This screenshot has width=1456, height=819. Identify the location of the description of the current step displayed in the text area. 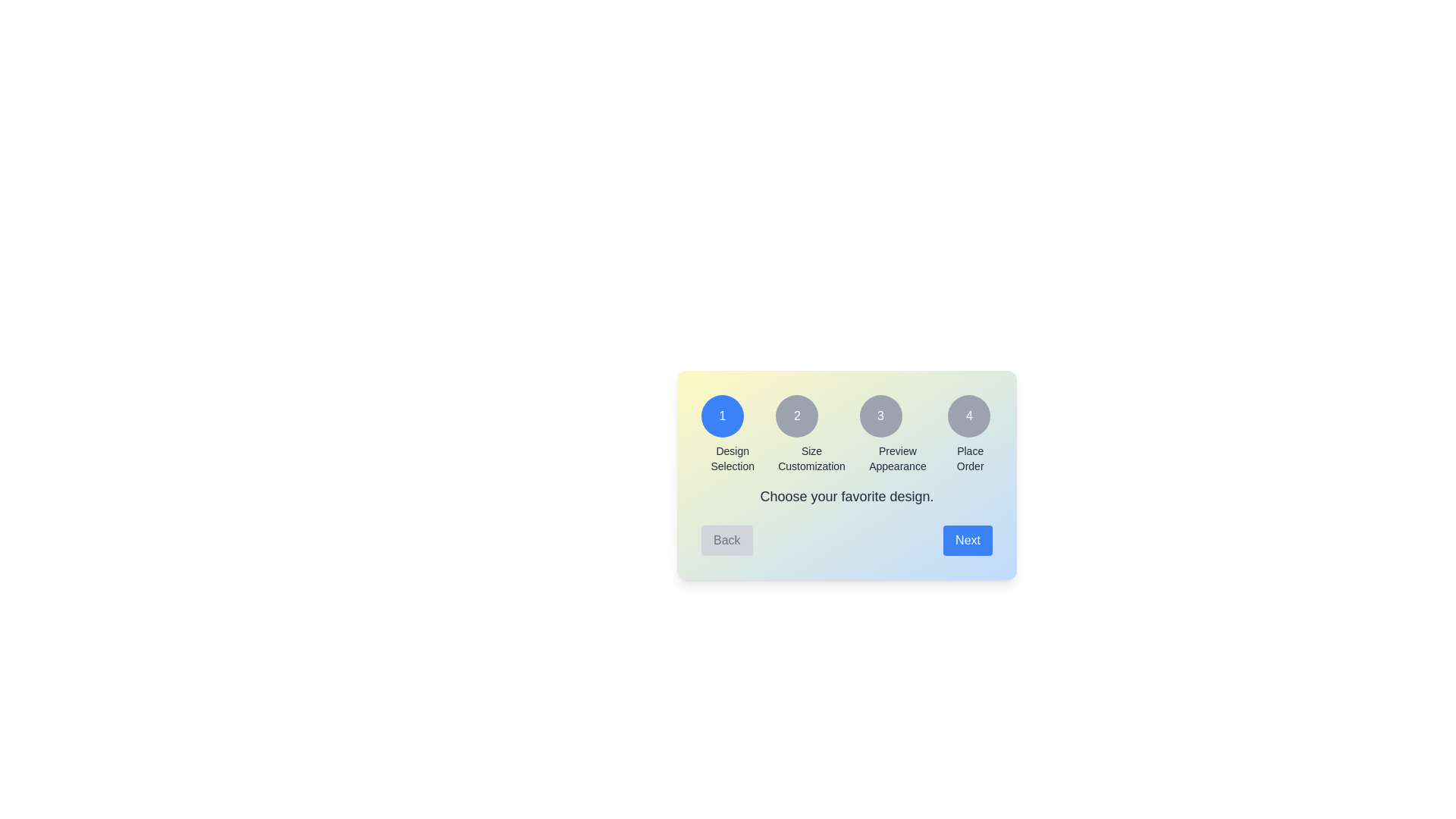
(846, 497).